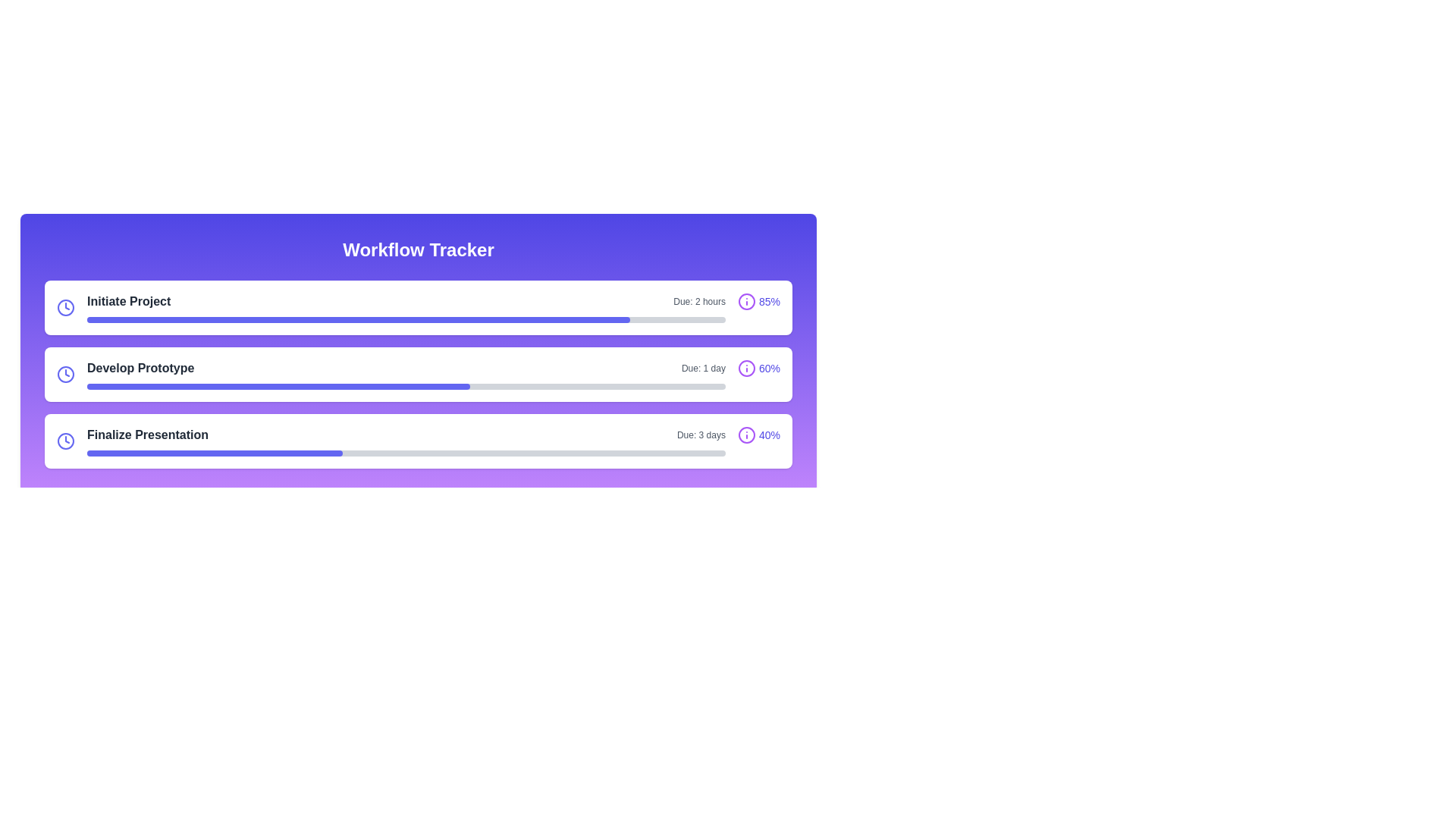  I want to click on the small indigo clock icon placed inside a circular outline next to the task title 'Finalize Presentation' in the bottom-most row of the workflow tracker layout, so click(64, 441).